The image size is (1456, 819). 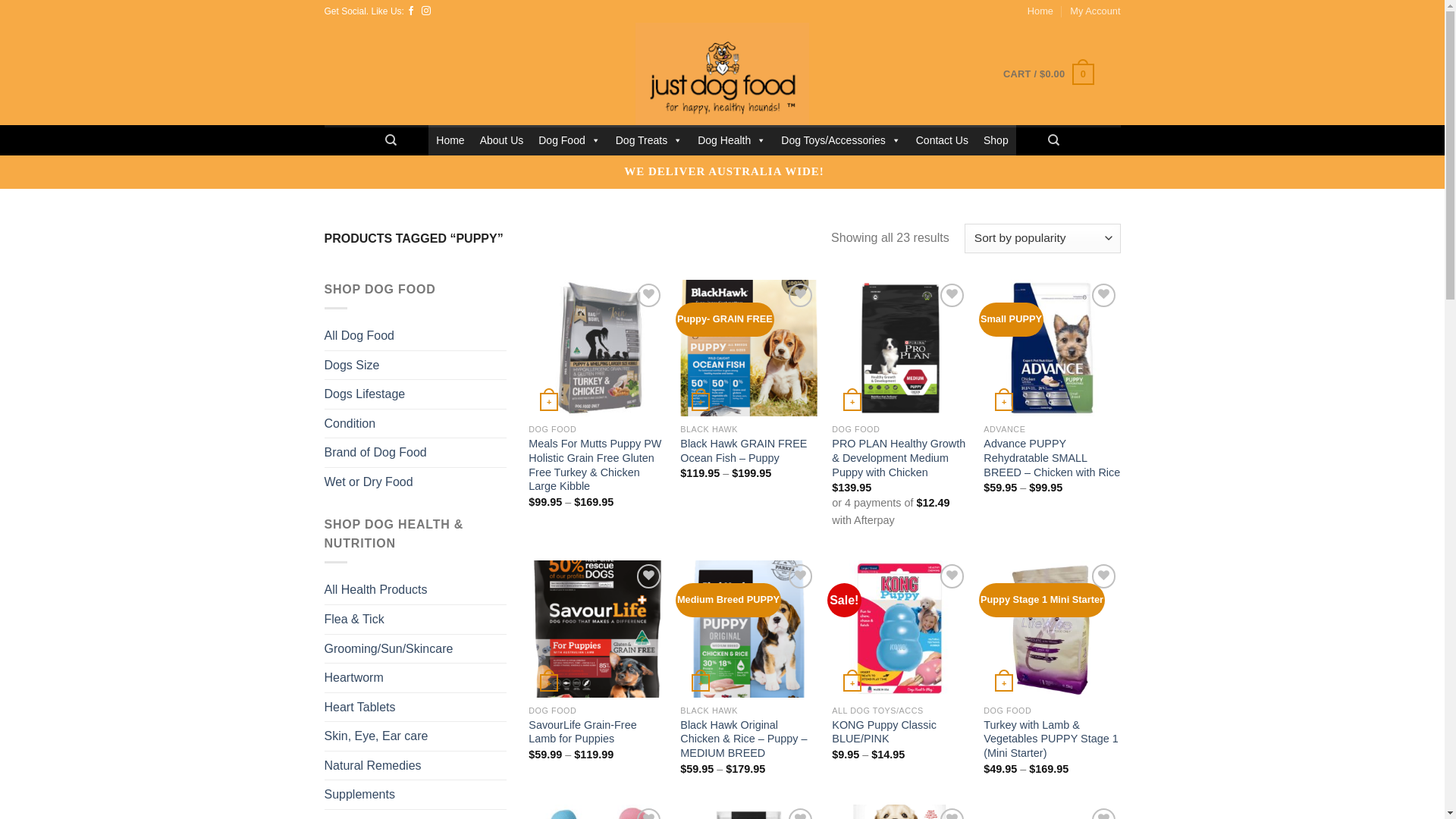 I want to click on 'Dog Health', so click(x=689, y=140).